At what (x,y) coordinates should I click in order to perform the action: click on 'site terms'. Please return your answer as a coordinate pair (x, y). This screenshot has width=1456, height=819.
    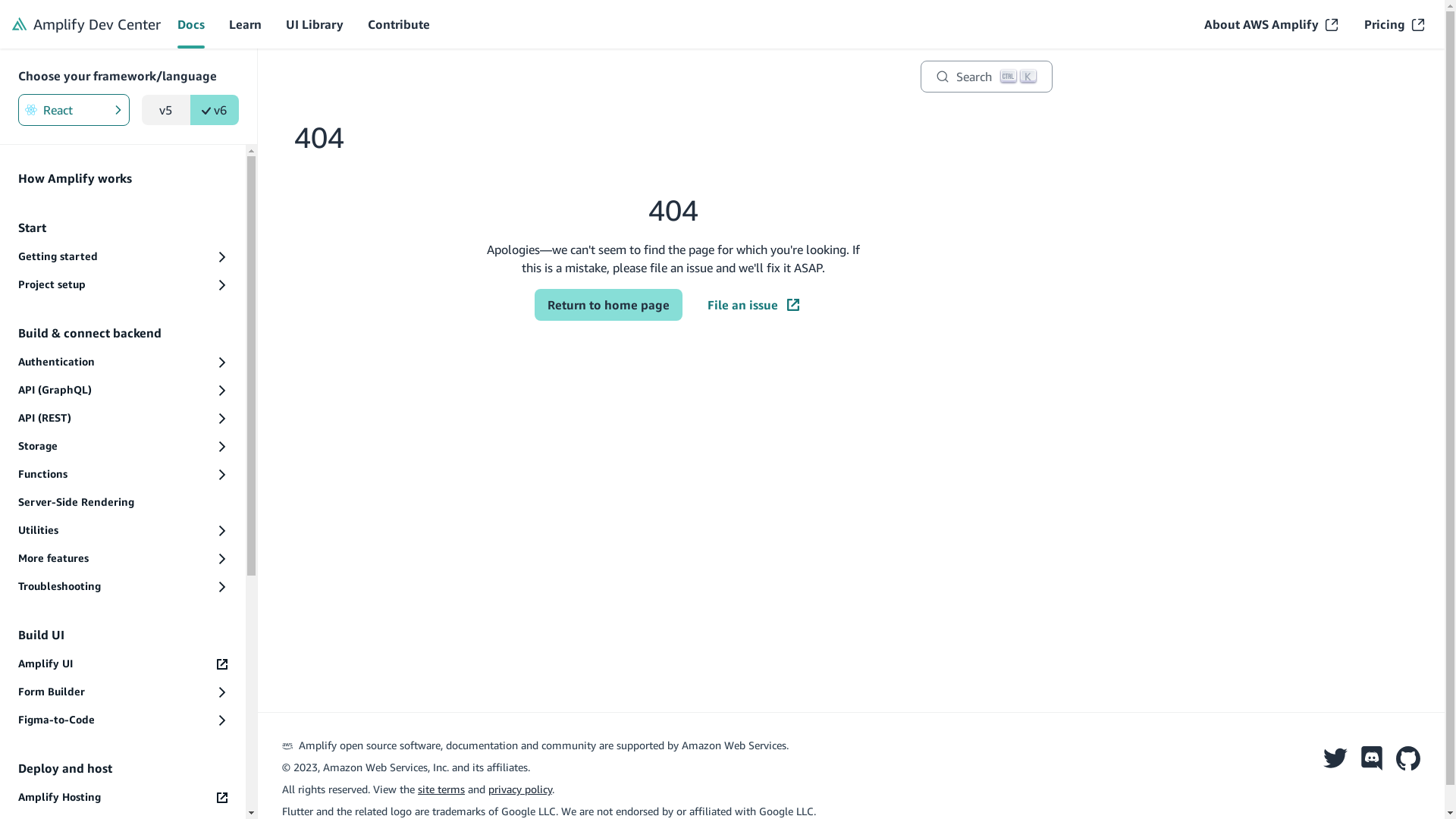
    Looking at the image, I should click on (440, 788).